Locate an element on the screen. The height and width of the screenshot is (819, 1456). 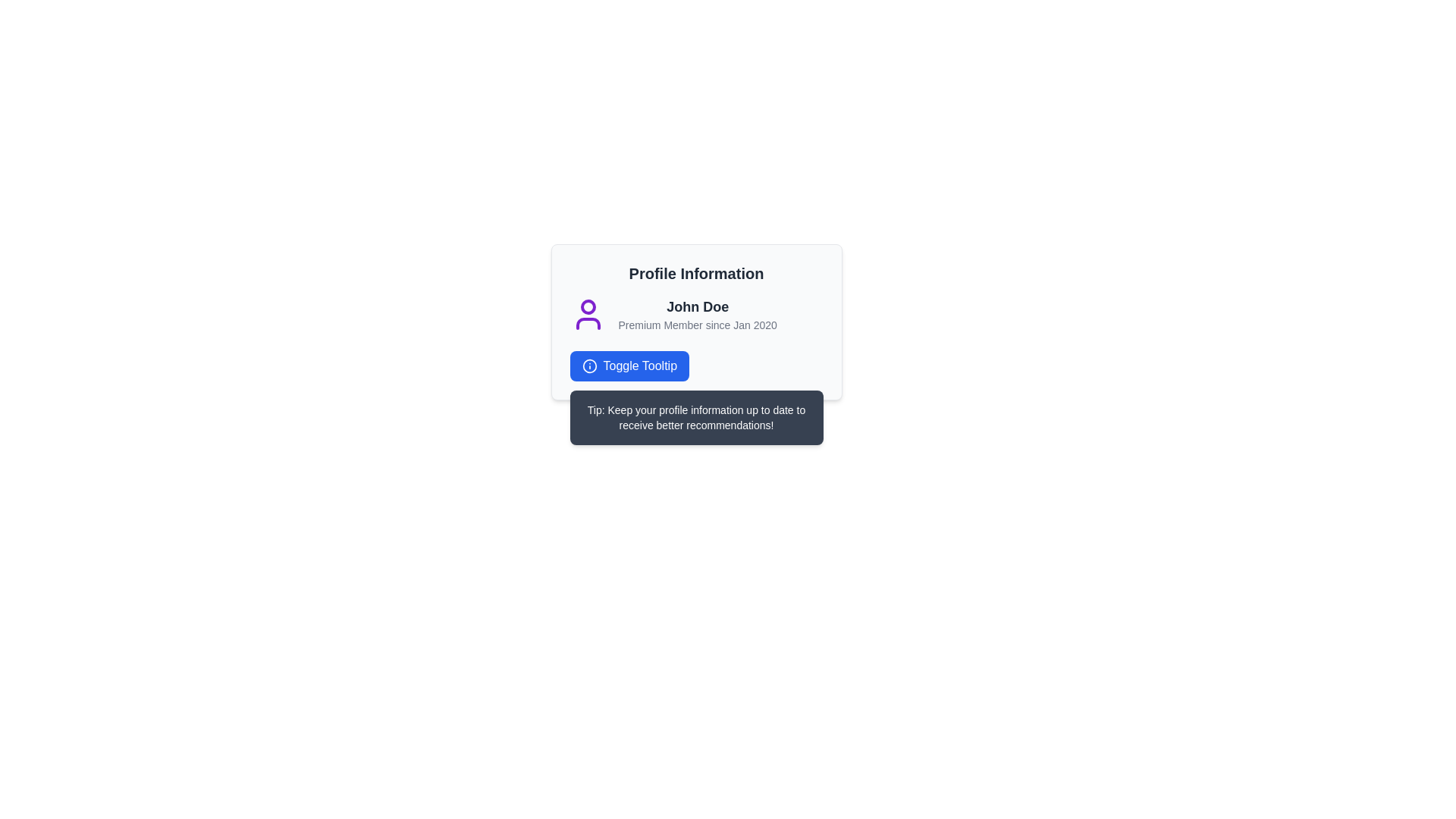
the 'Toggle Tooltip' button with a blue background and white text, located at the bottom of the 'Profile Information' card is located at coordinates (629, 366).